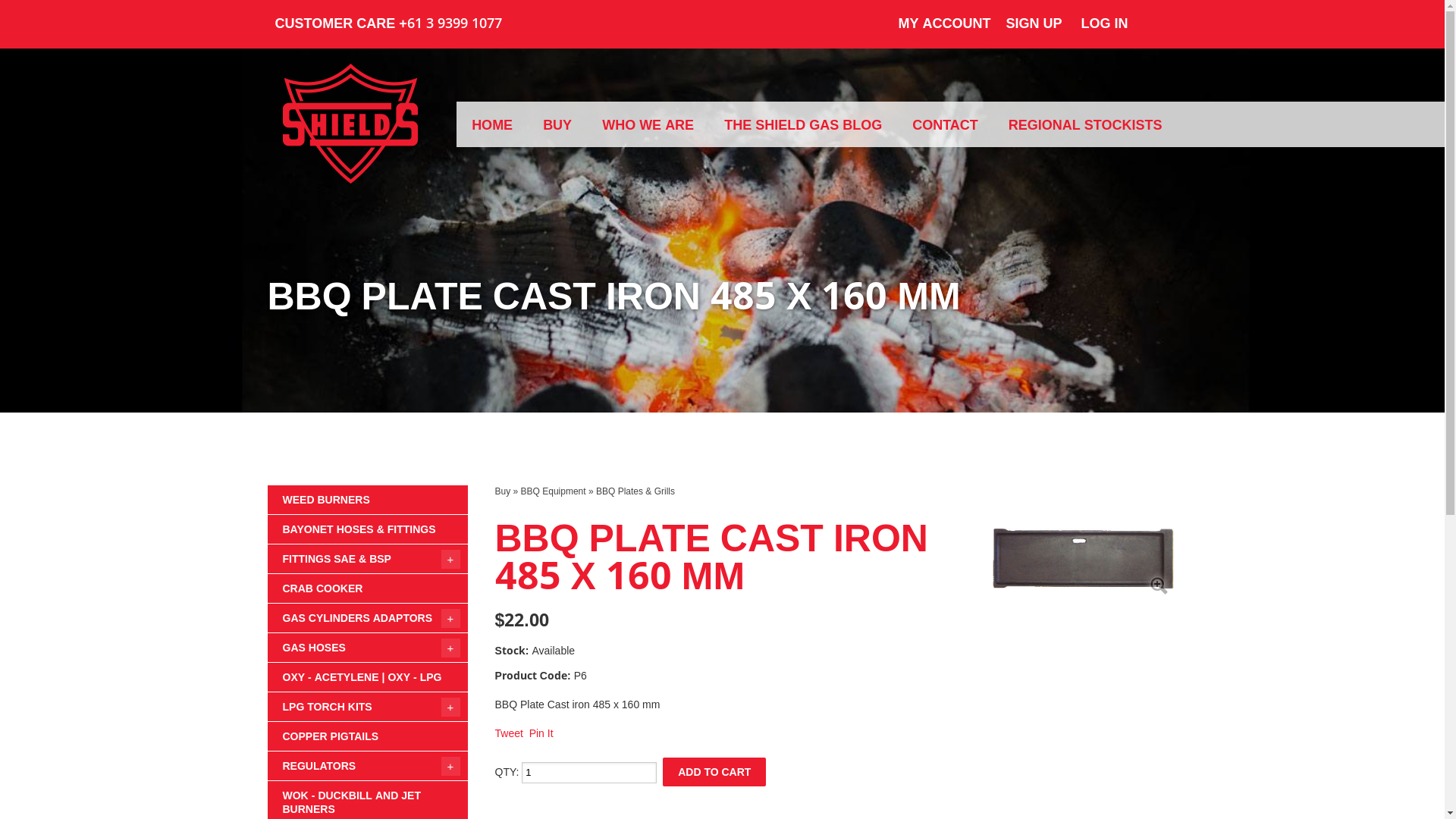 The height and width of the screenshot is (819, 1456). I want to click on 'REGULATORS', so click(367, 766).